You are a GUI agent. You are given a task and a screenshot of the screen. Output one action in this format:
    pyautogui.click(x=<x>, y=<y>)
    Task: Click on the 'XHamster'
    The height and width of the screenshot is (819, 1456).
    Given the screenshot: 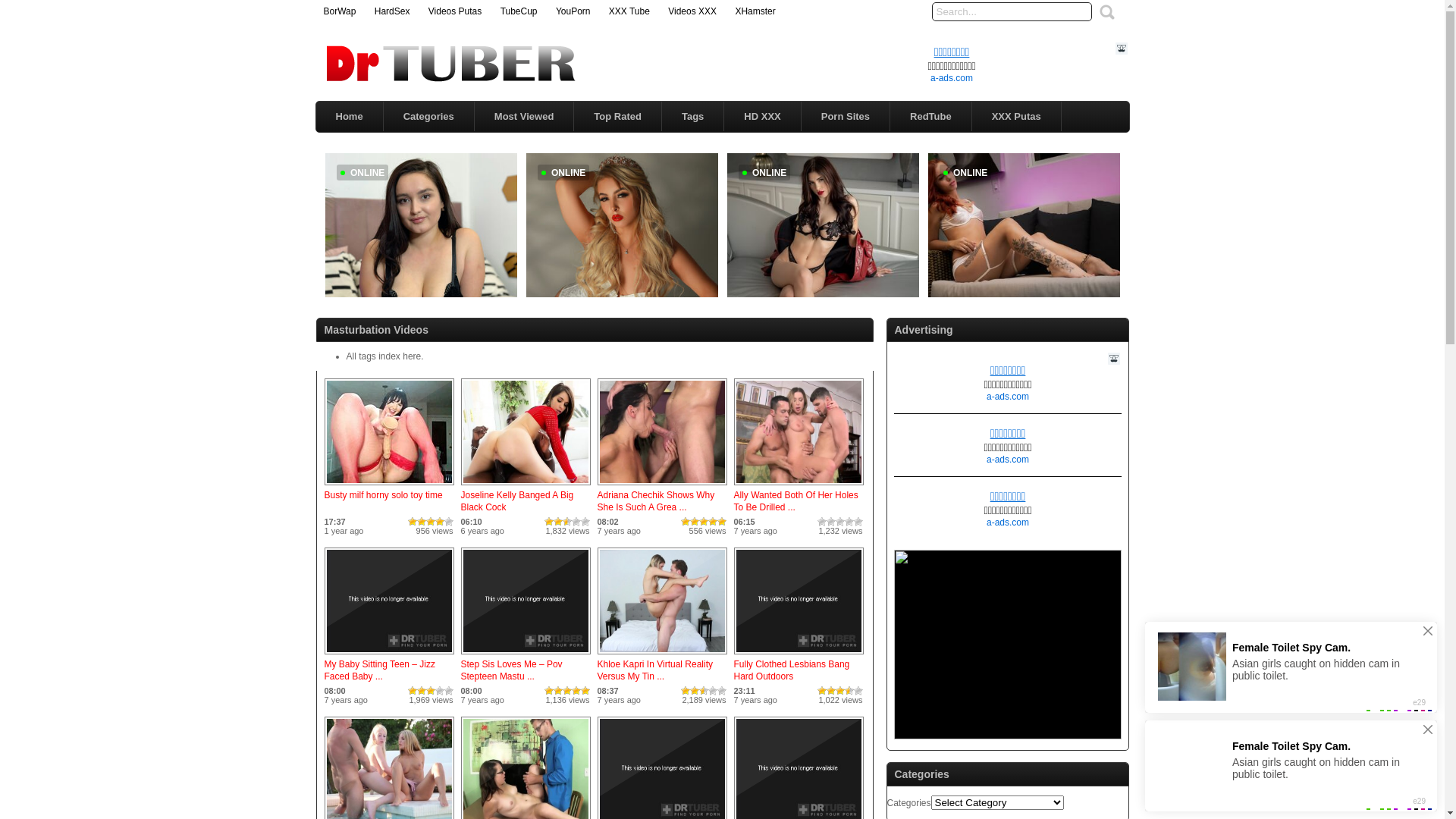 What is the action you would take?
    pyautogui.click(x=755, y=11)
    